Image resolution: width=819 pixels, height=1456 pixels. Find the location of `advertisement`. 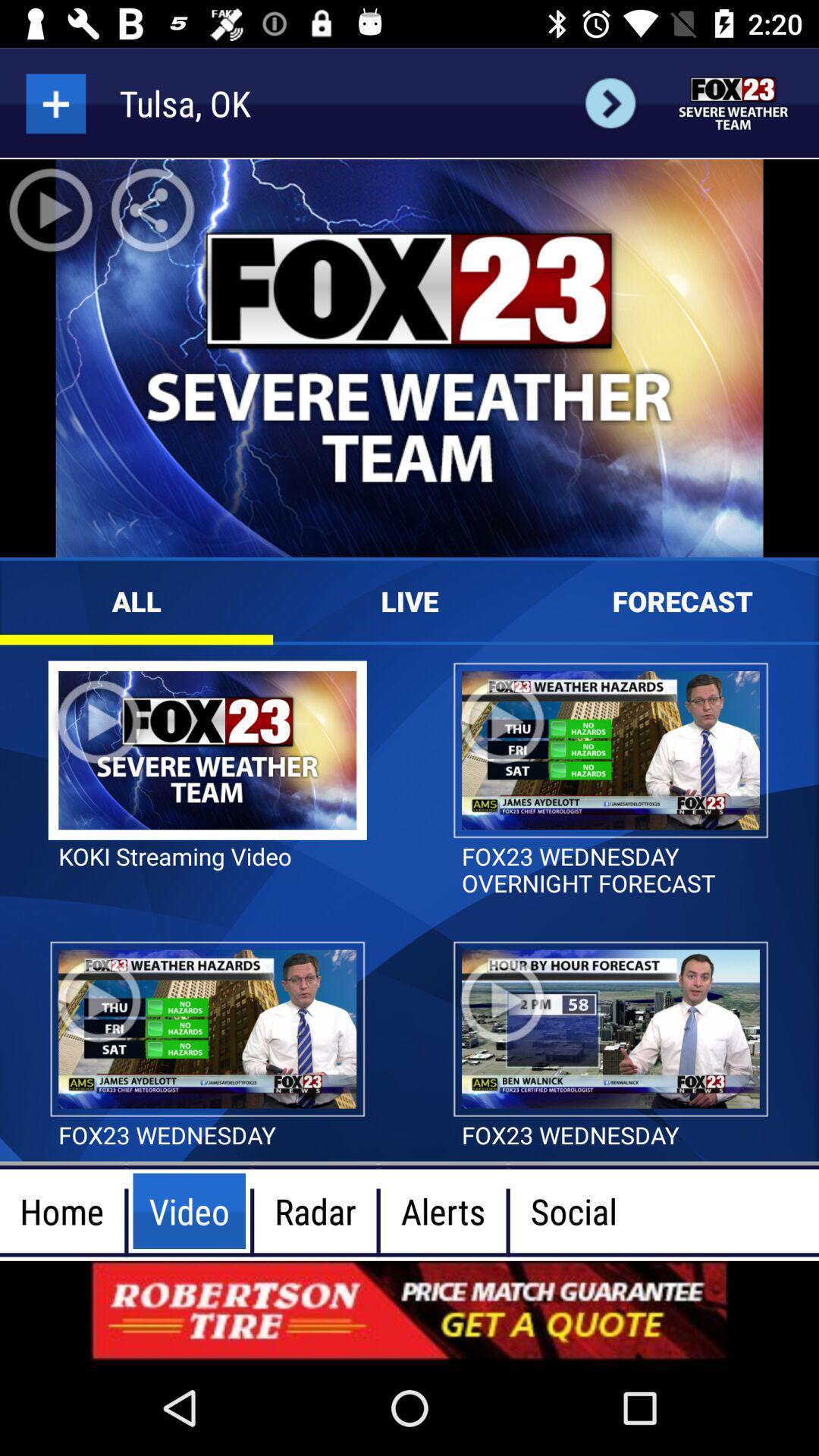

advertisement is located at coordinates (409, 1310).